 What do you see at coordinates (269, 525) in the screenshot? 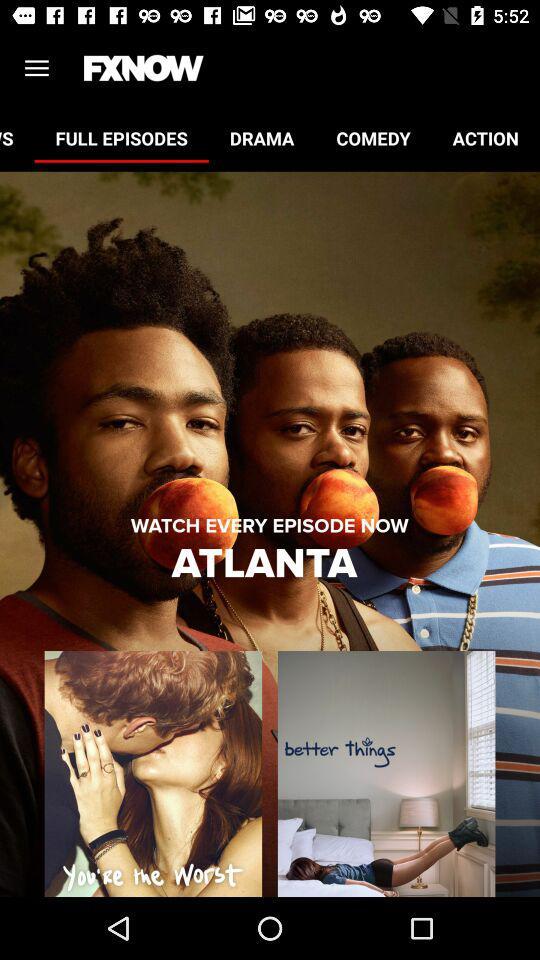
I see `the icon below full episodes` at bounding box center [269, 525].